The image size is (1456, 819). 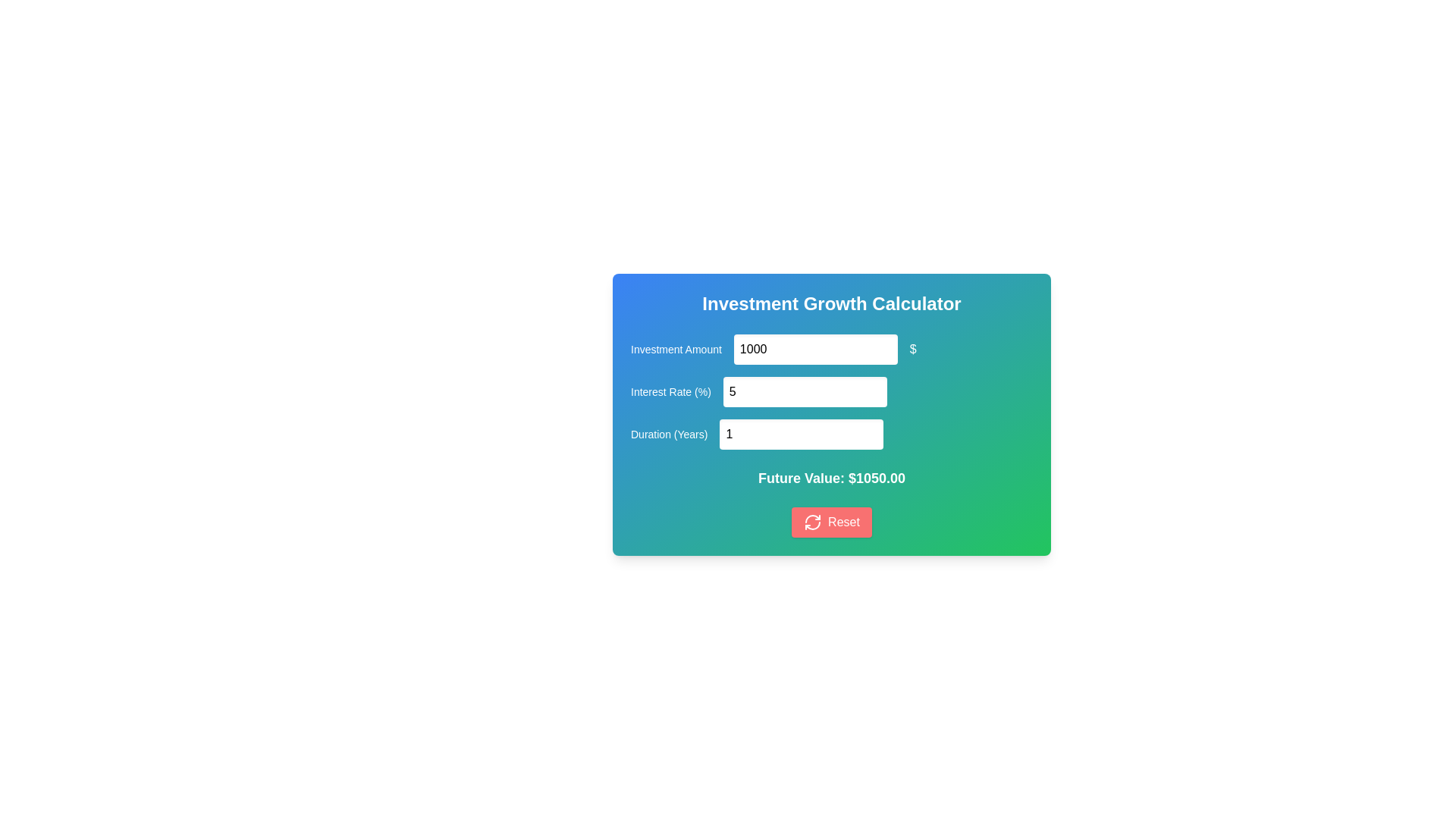 I want to click on the numerical input field displaying the value 1000 in the 'Investment Amount' element to focus on it, so click(x=831, y=350).